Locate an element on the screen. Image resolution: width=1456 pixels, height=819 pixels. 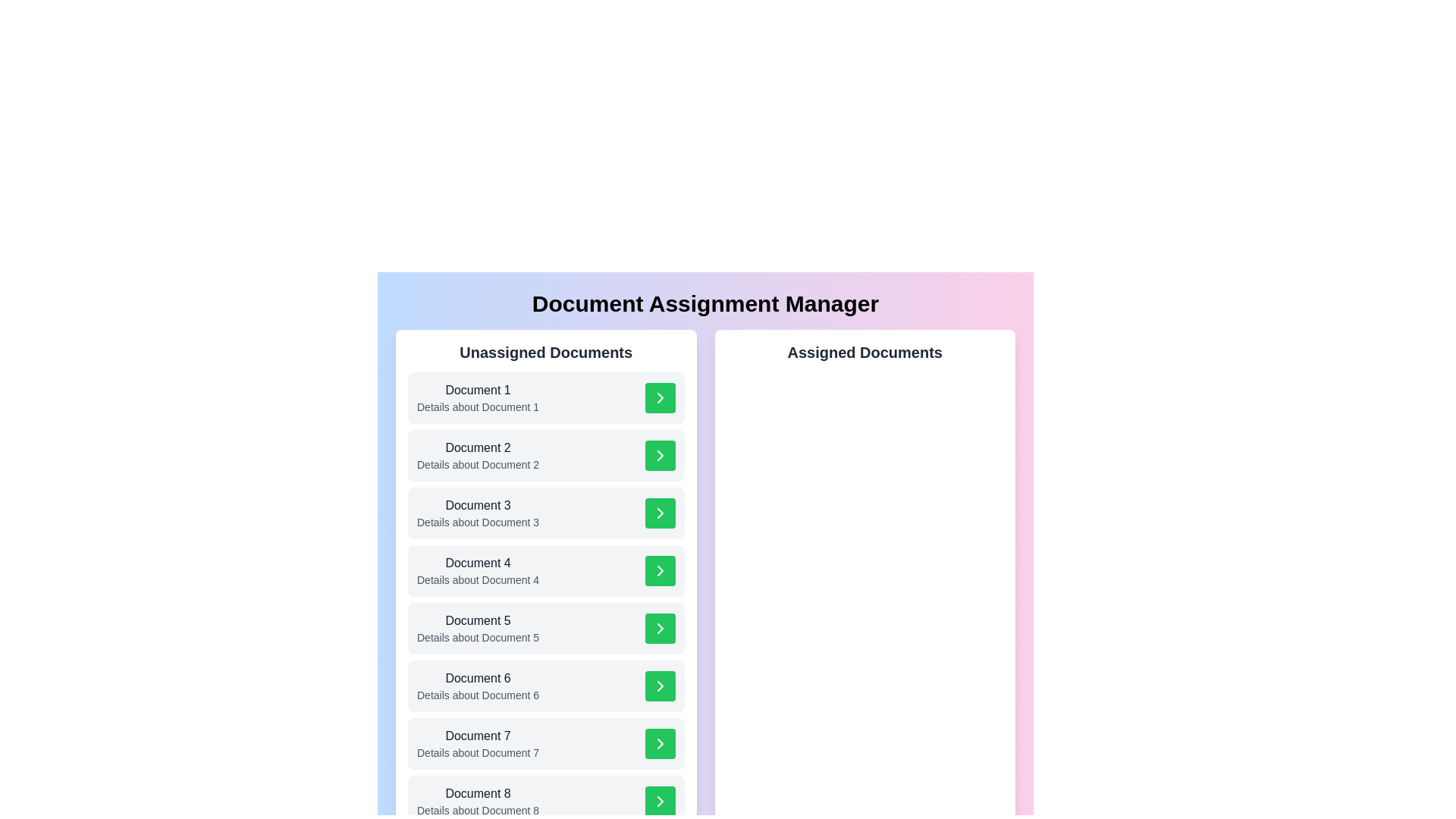
the document element titled 'Document 2' is located at coordinates (546, 455).